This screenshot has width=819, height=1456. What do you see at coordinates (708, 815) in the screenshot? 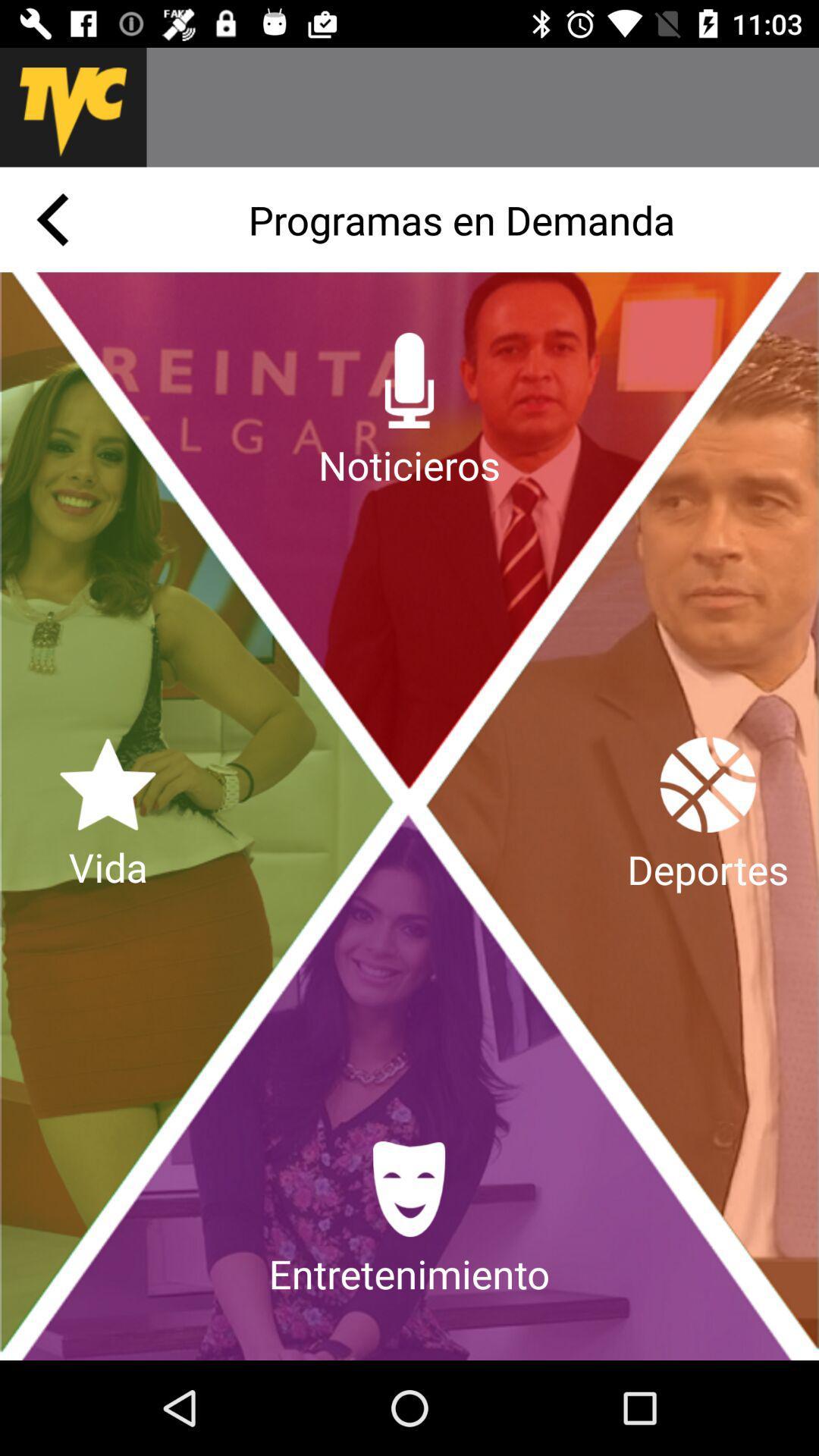
I see `deportes icon` at bounding box center [708, 815].